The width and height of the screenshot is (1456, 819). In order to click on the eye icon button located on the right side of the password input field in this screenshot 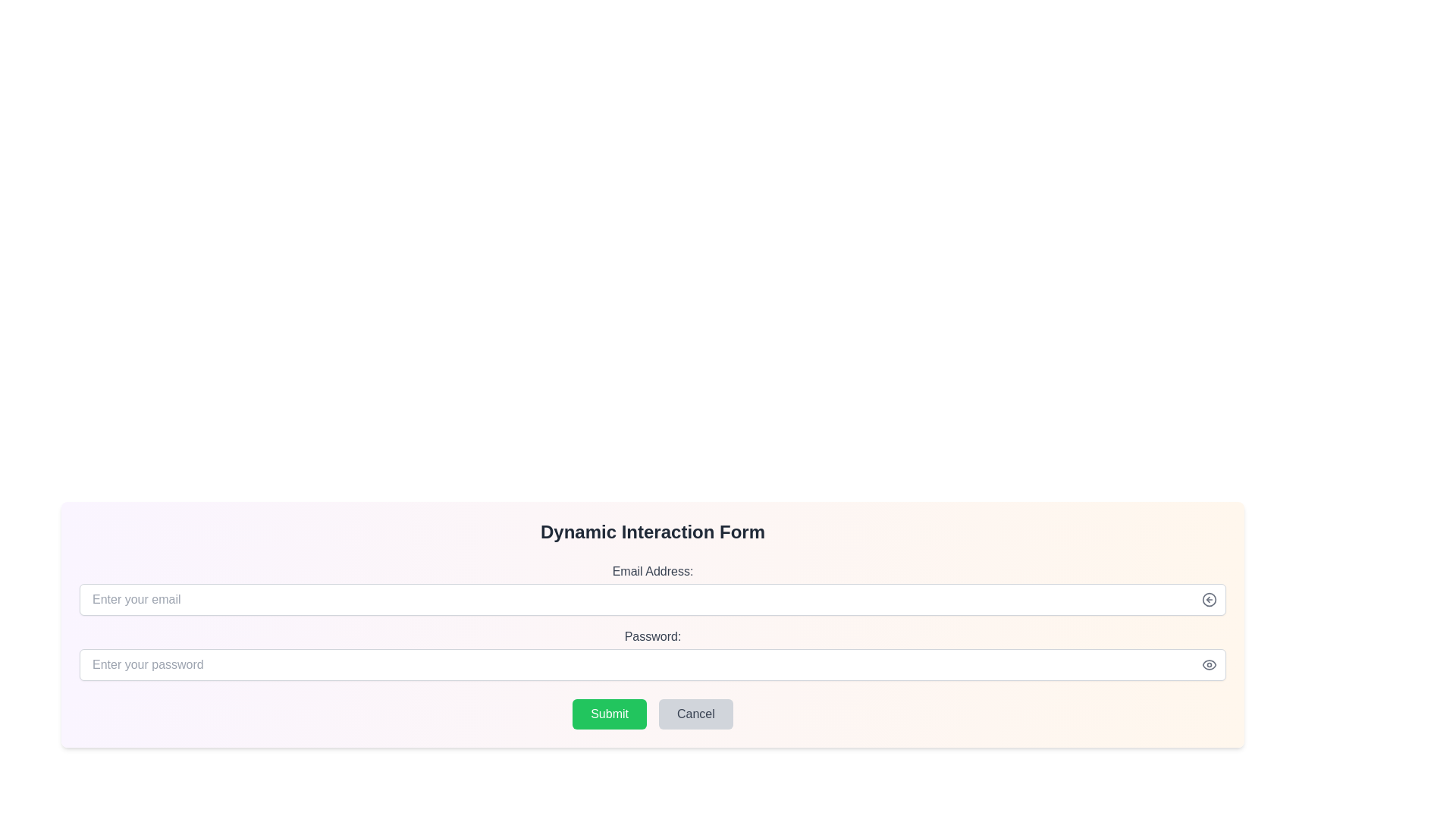, I will do `click(1208, 664)`.